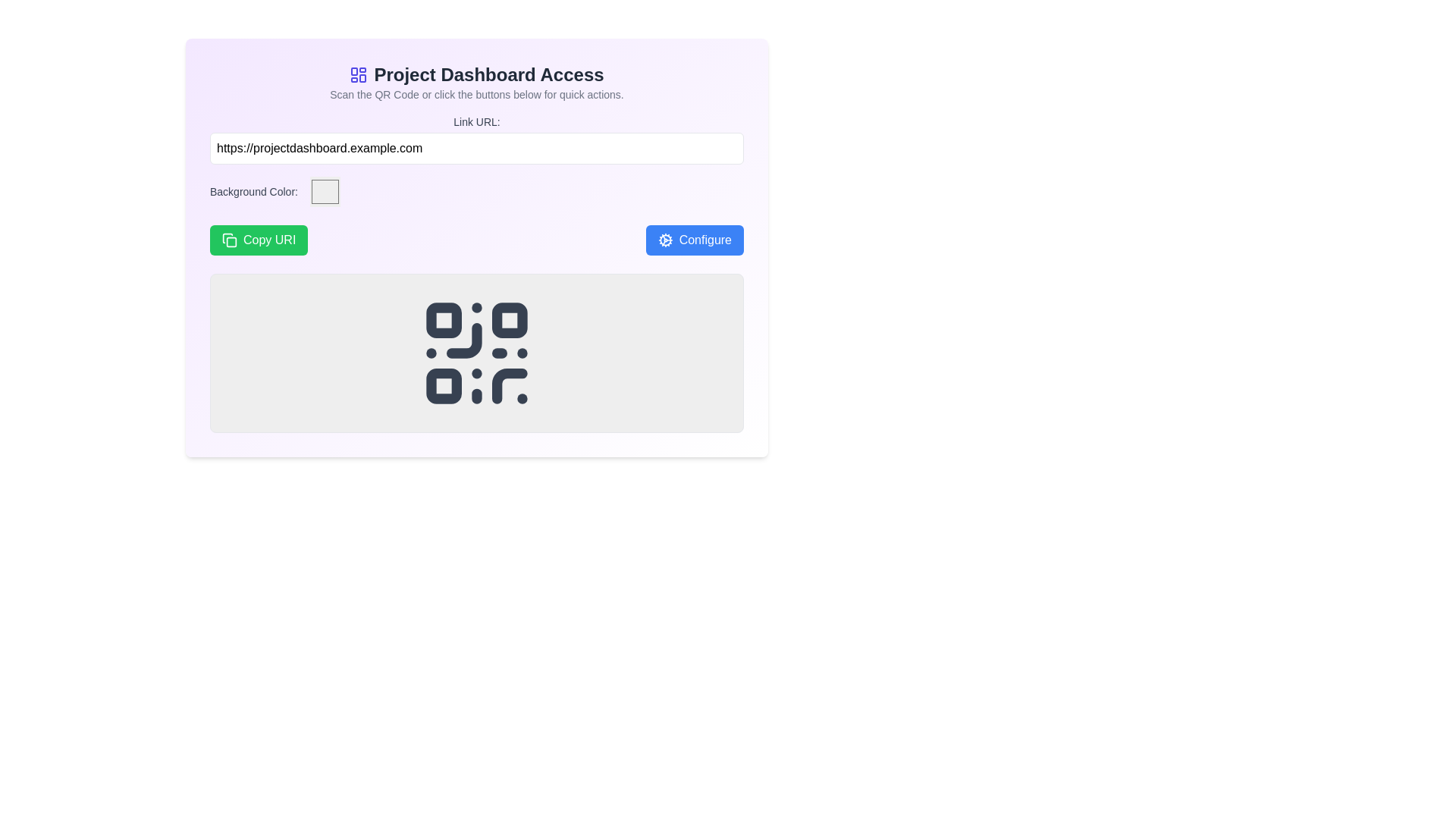 This screenshot has height=819, width=1456. Describe the element at coordinates (358, 75) in the screenshot. I see `the SVG-based dashboard layout icon, which is purple and located to the left of the 'Project Dashboard Access' text in the header section` at that location.